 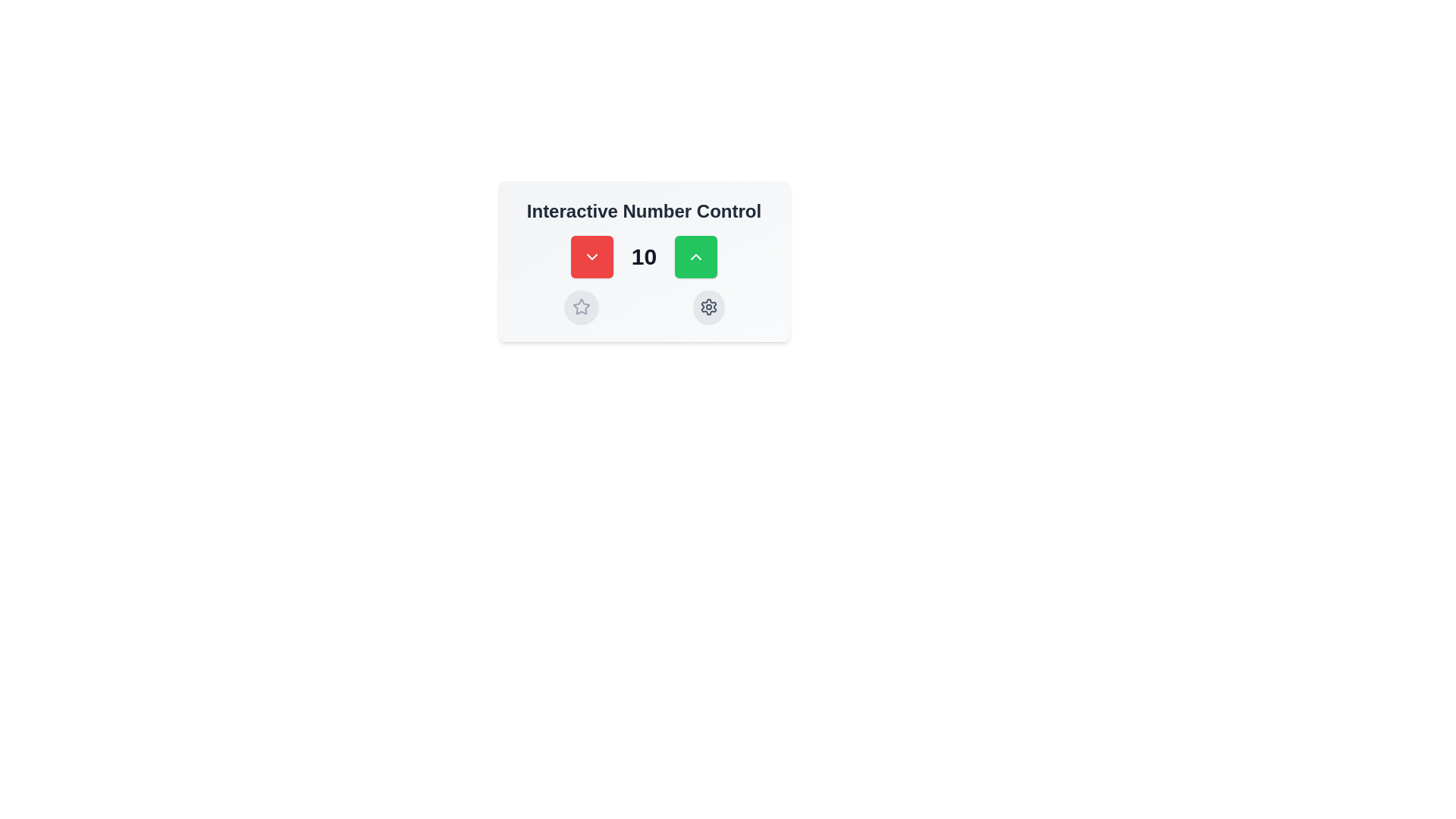 What do you see at coordinates (644, 256) in the screenshot?
I see `the numerical value '10' displayed in bold black text for extended functionality, which is centrally positioned between the red downwards arrow button on the left and the green upwards arrow button on the right` at bounding box center [644, 256].